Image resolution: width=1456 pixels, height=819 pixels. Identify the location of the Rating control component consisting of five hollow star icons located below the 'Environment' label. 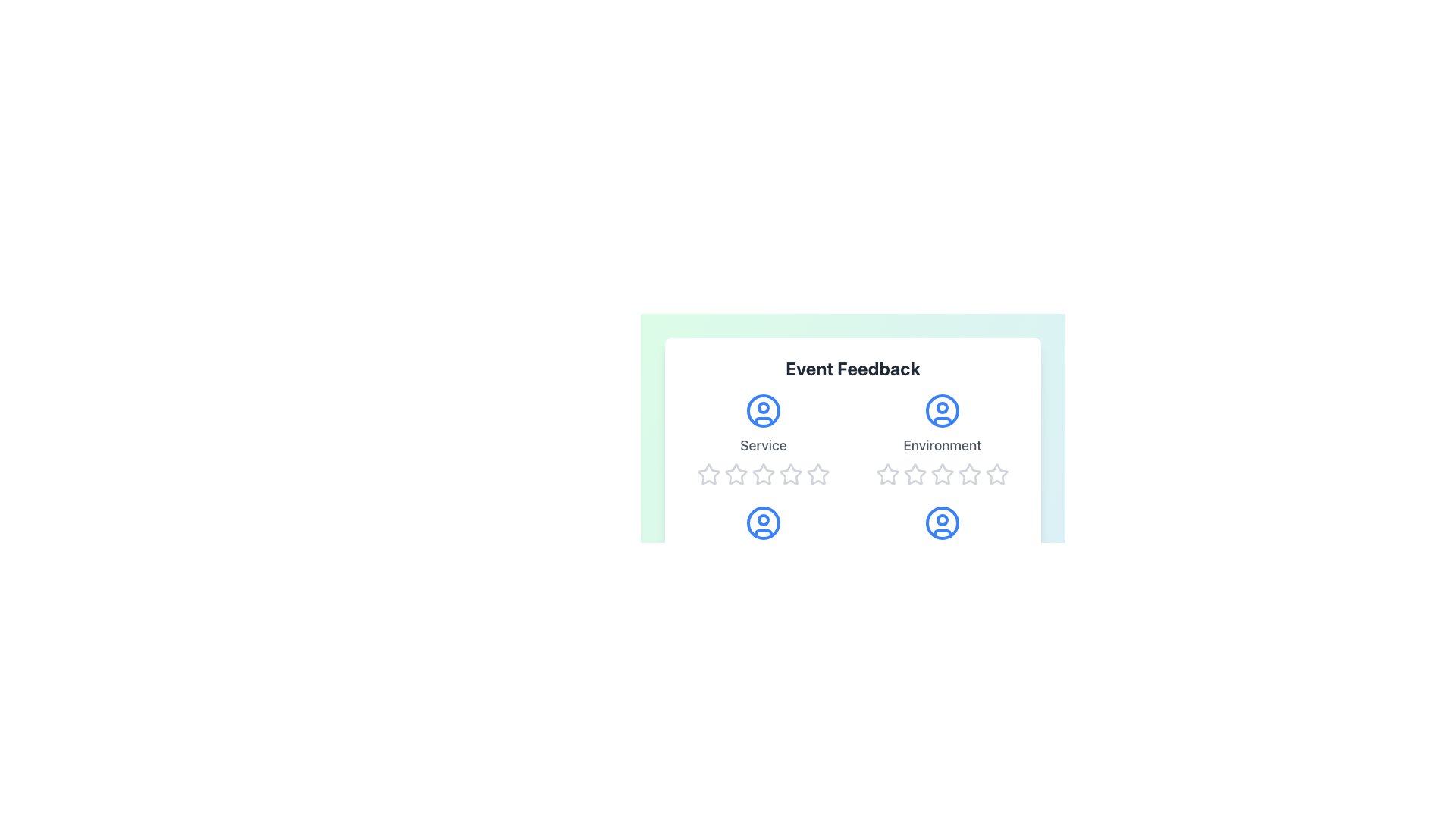
(942, 473).